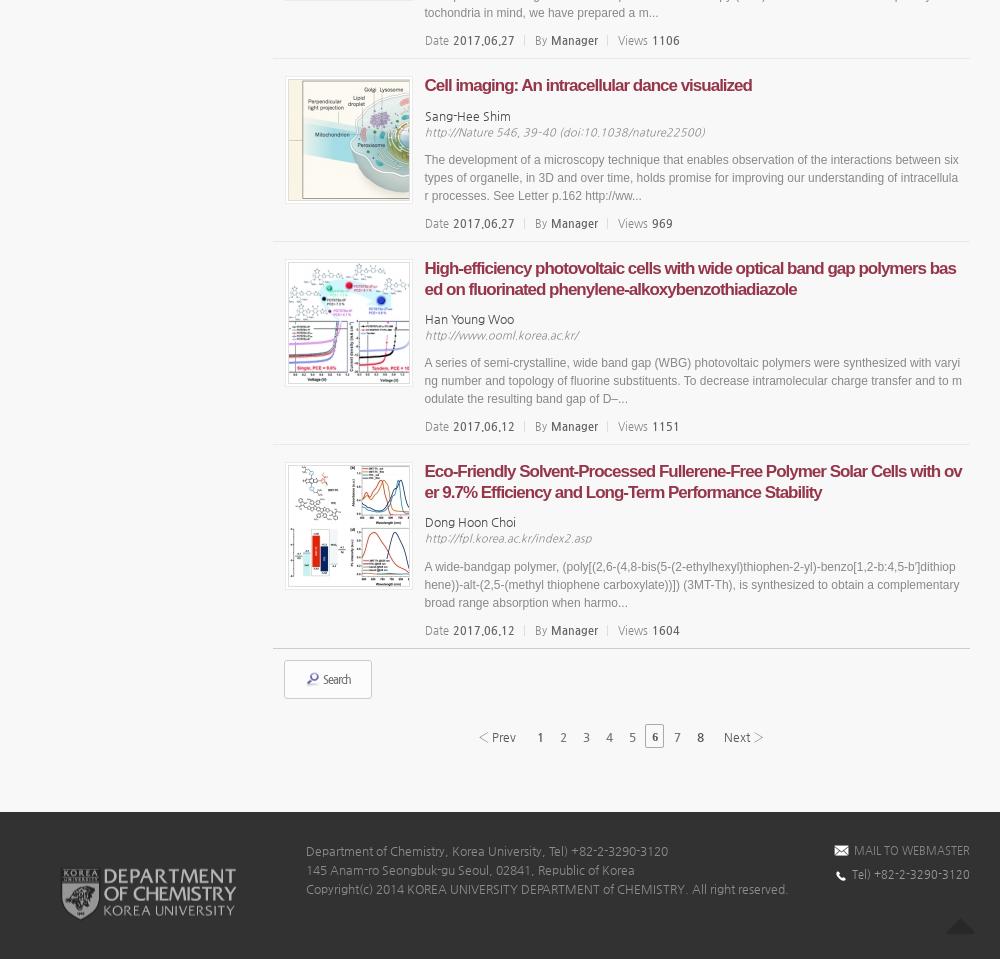  Describe the element at coordinates (468, 521) in the screenshot. I see `'Dong Hoon Choi'` at that location.